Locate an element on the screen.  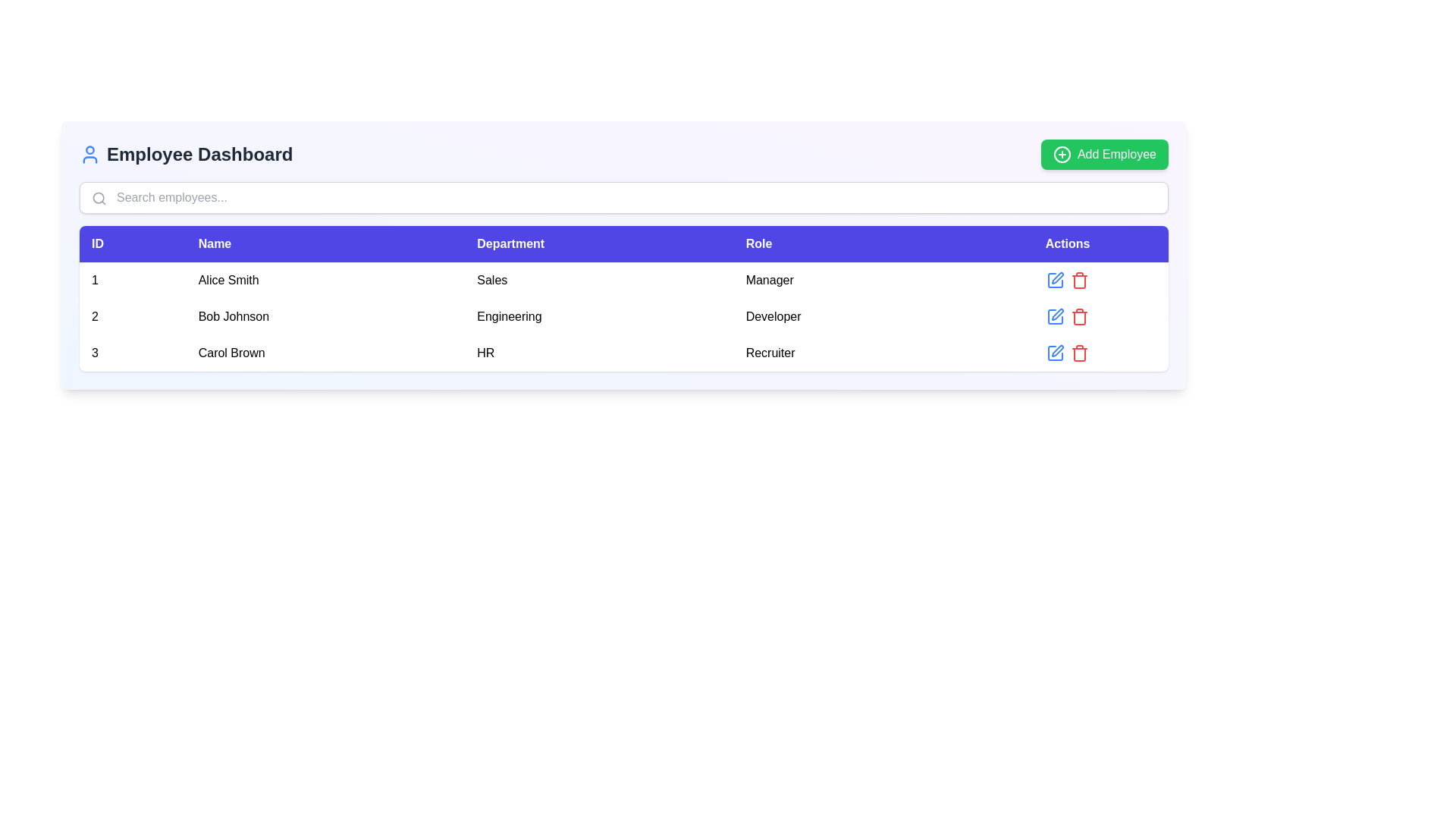
the edit/pencil icon located in the third row of the employee table under the 'Actions' column to initiate the edit action is located at coordinates (1057, 314).